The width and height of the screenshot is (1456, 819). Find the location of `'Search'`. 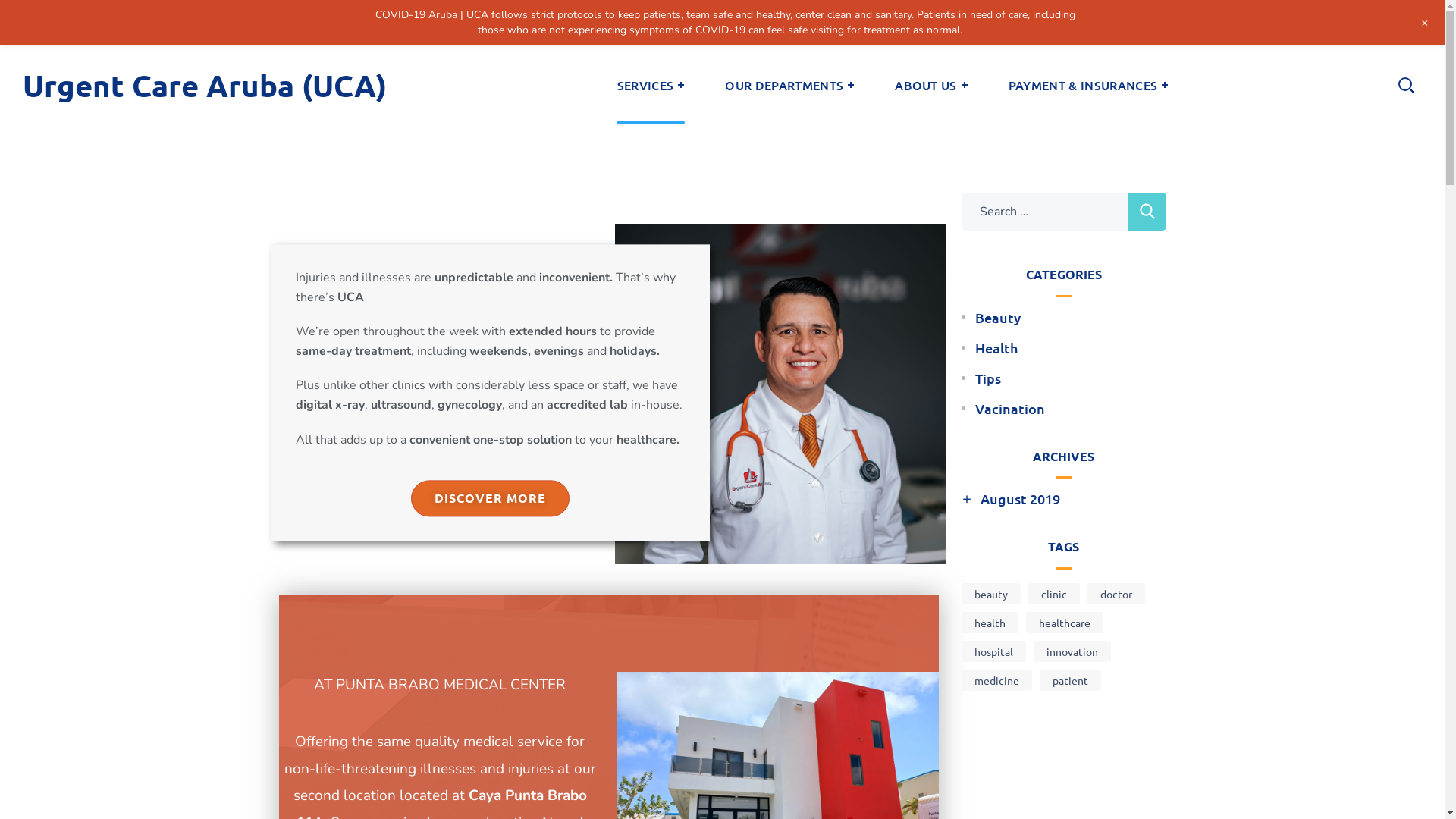

'Search' is located at coordinates (1147, 211).